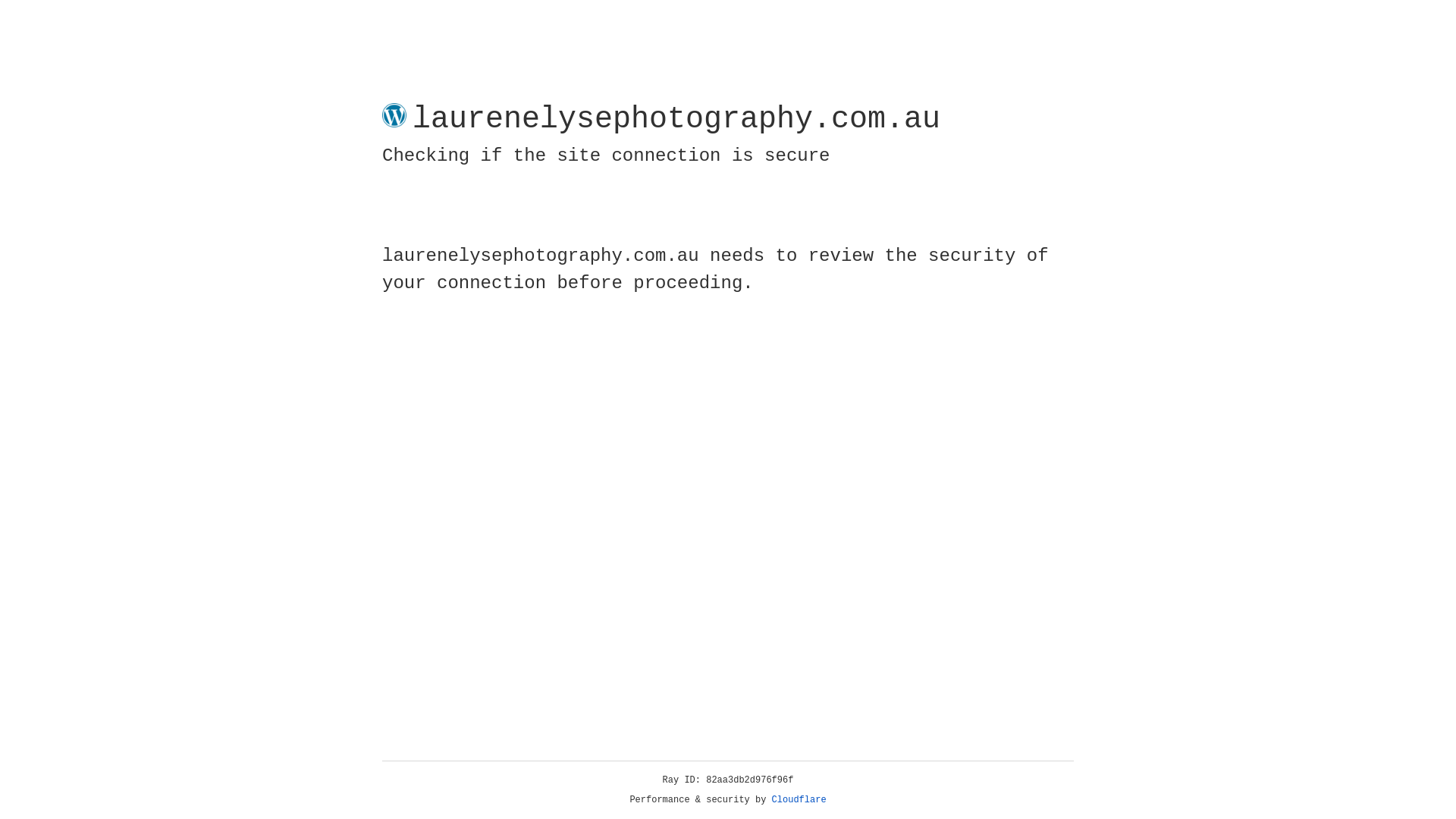 The height and width of the screenshot is (819, 1456). What do you see at coordinates (799, 799) in the screenshot?
I see `'Cloudflare'` at bounding box center [799, 799].